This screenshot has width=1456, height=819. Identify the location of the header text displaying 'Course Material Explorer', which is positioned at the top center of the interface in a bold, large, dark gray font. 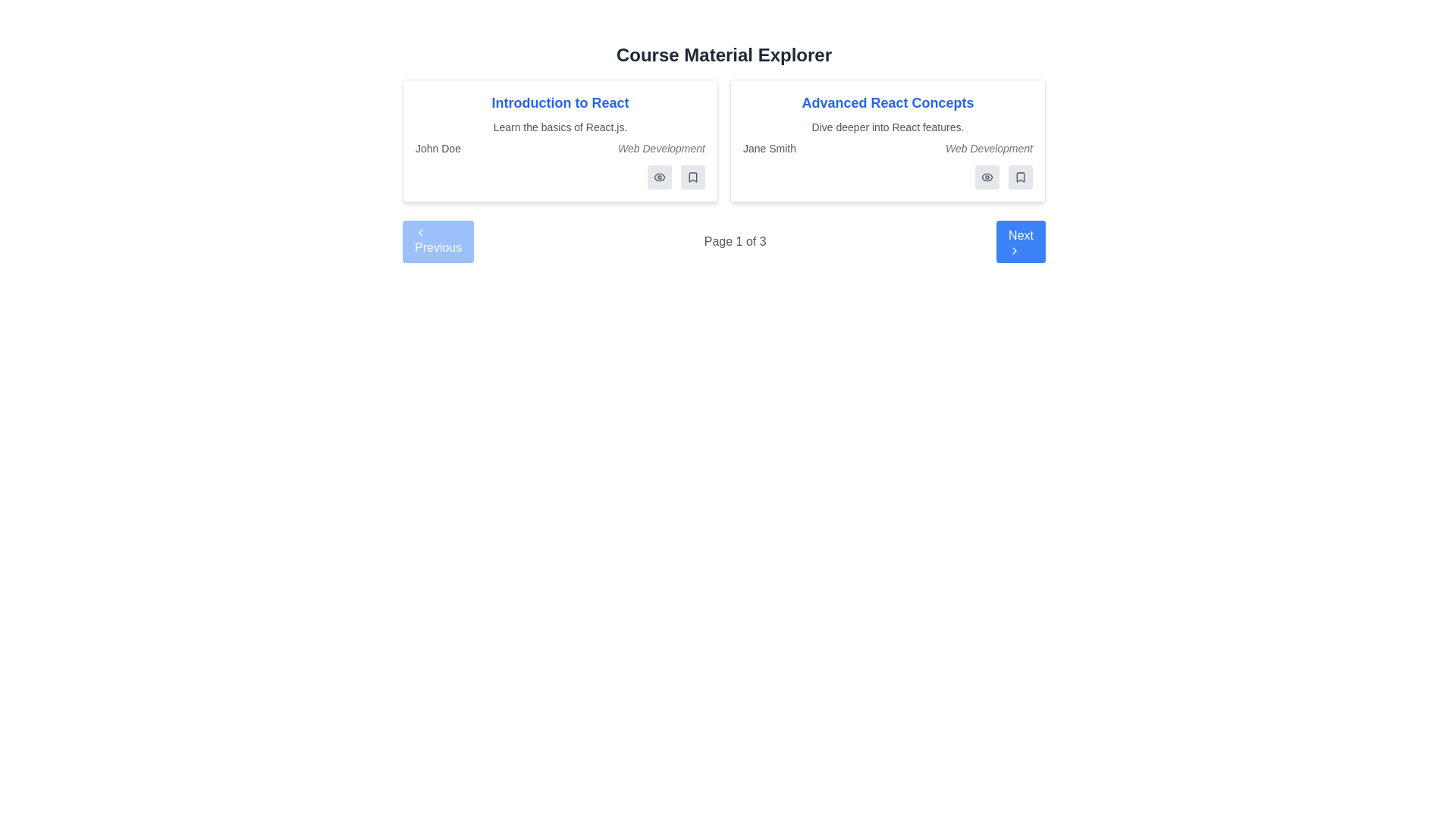
(723, 55).